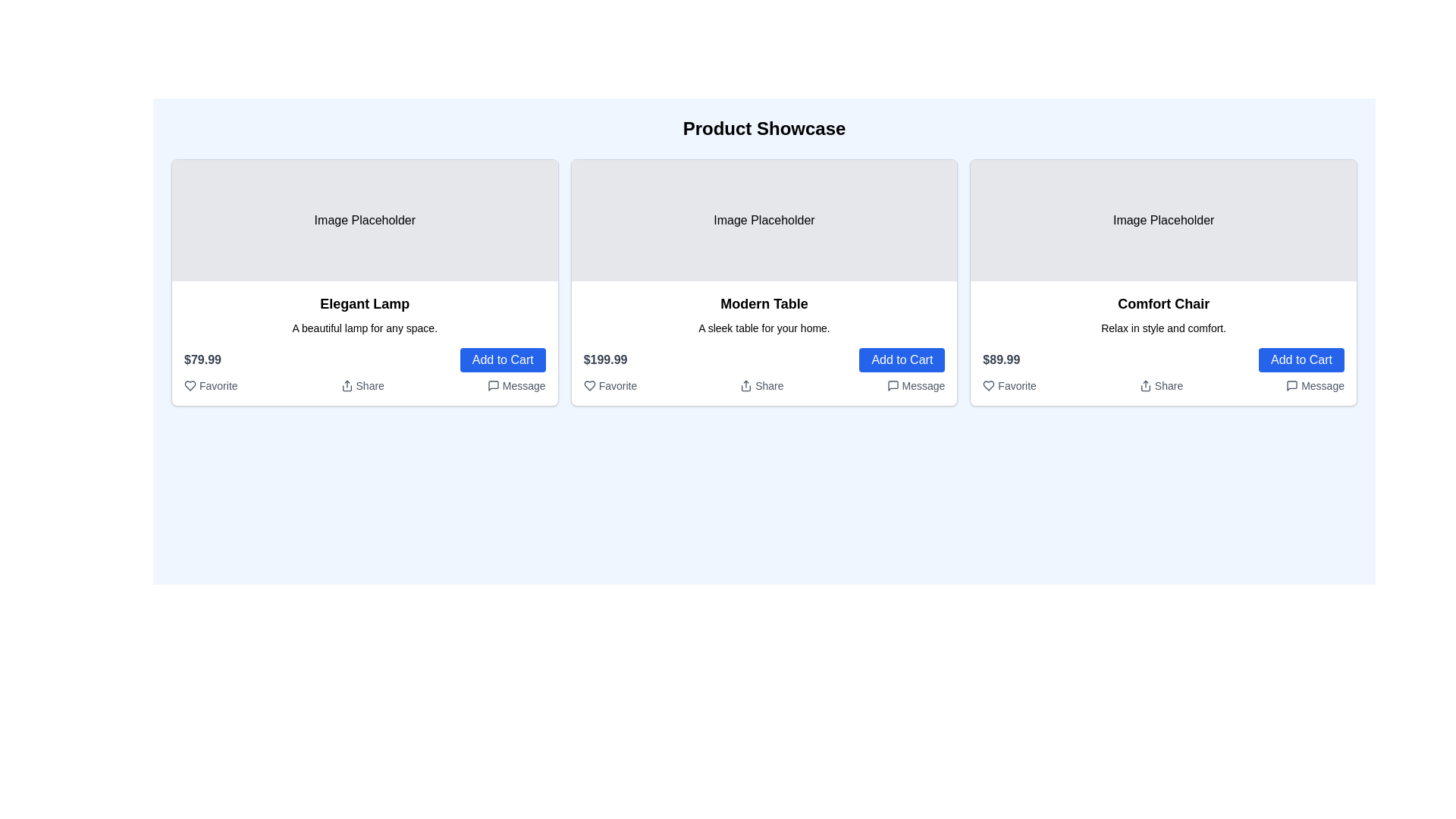 The image size is (1456, 819). What do you see at coordinates (989, 385) in the screenshot?
I see `the favorite icon located in the bottom section of the rightmost product card titled 'Comfort Chair' to mark it as a favorite` at bounding box center [989, 385].